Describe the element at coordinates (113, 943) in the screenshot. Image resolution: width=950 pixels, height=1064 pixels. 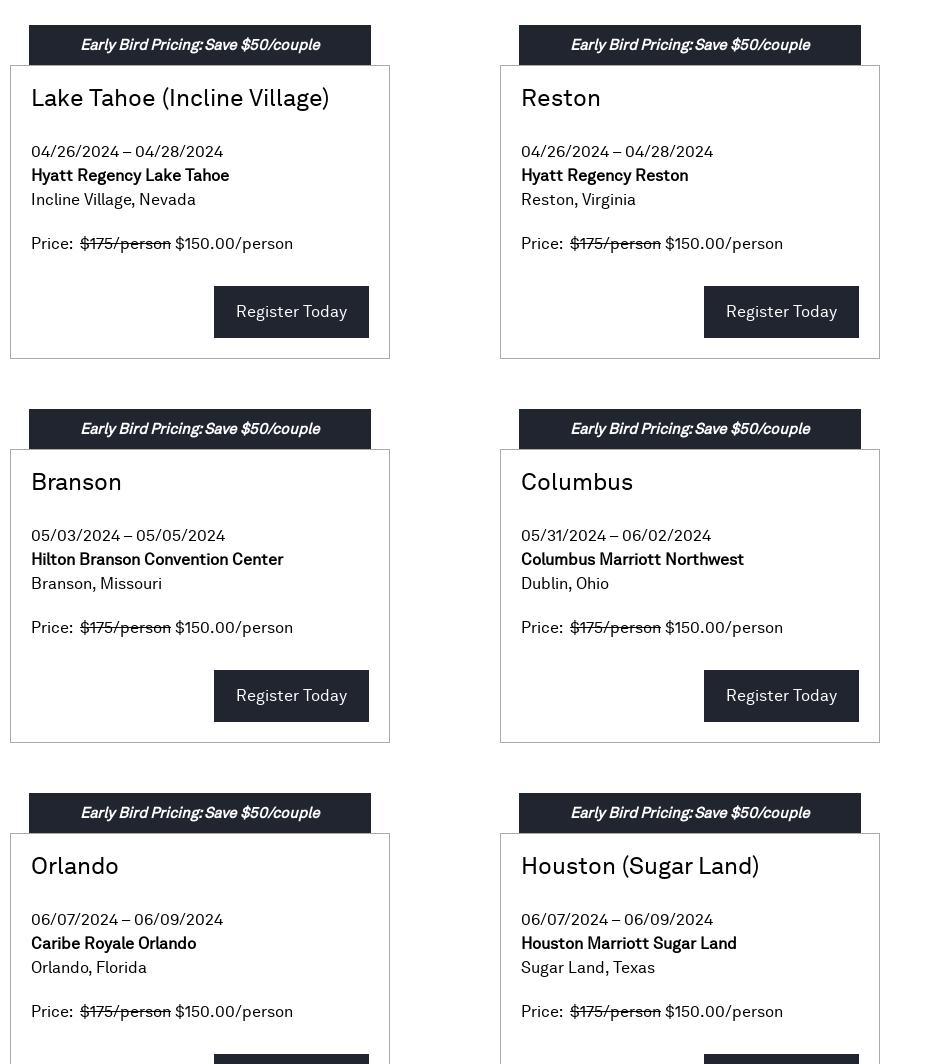
I see `'Caribe Royale Orlando'` at that location.